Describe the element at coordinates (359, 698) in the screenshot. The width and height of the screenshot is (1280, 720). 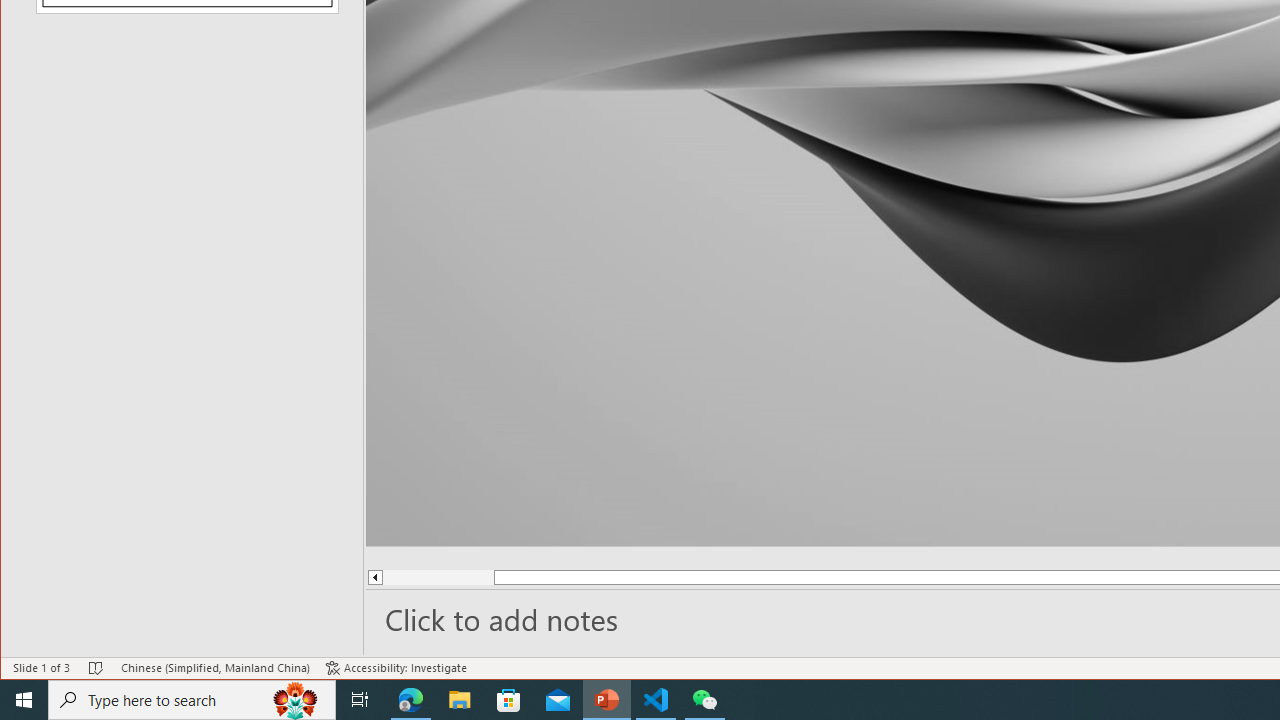
I see `'Task View'` at that location.